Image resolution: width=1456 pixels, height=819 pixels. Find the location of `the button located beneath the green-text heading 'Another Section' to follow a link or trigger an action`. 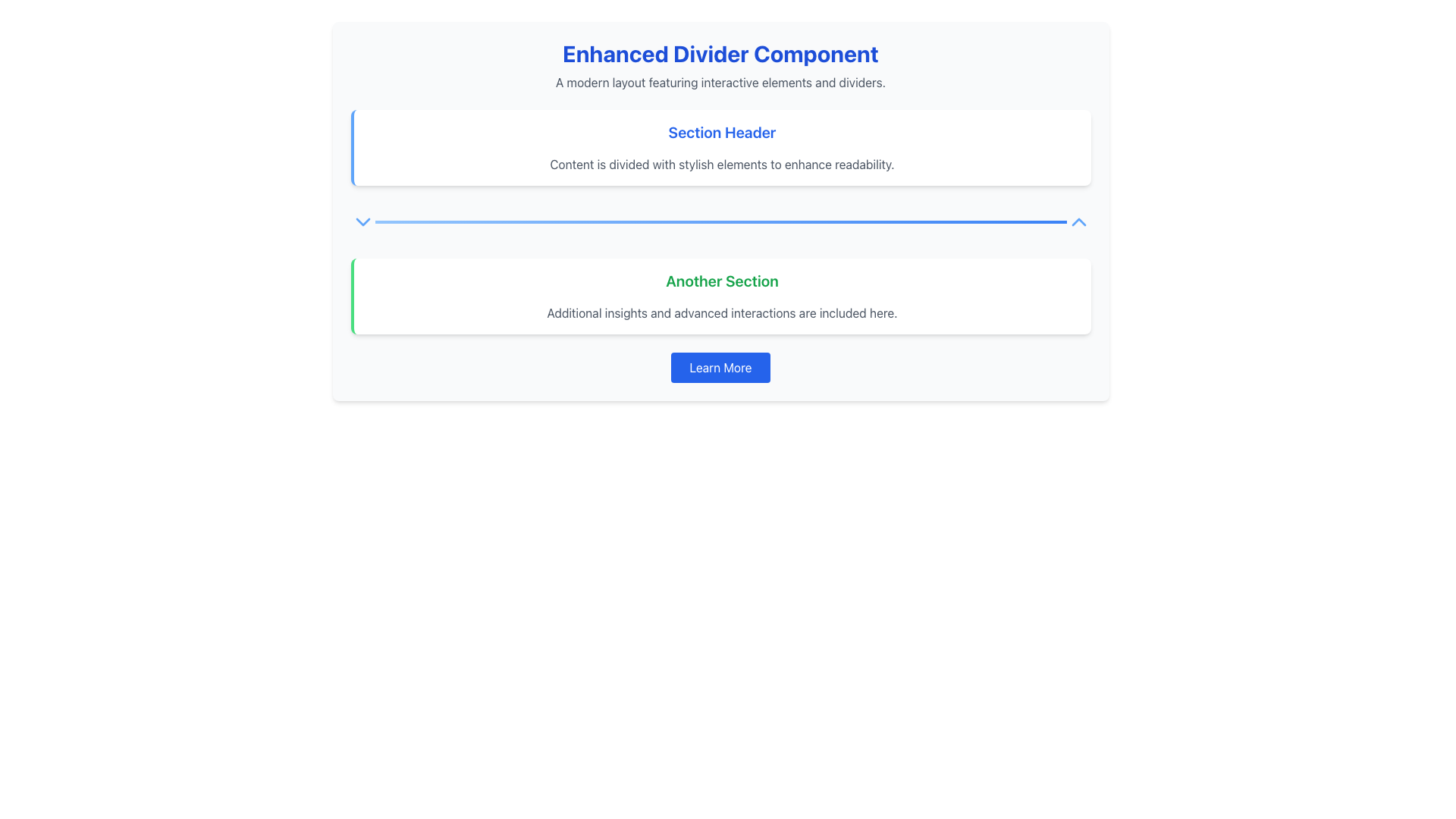

the button located beneath the green-text heading 'Another Section' to follow a link or trigger an action is located at coordinates (720, 368).